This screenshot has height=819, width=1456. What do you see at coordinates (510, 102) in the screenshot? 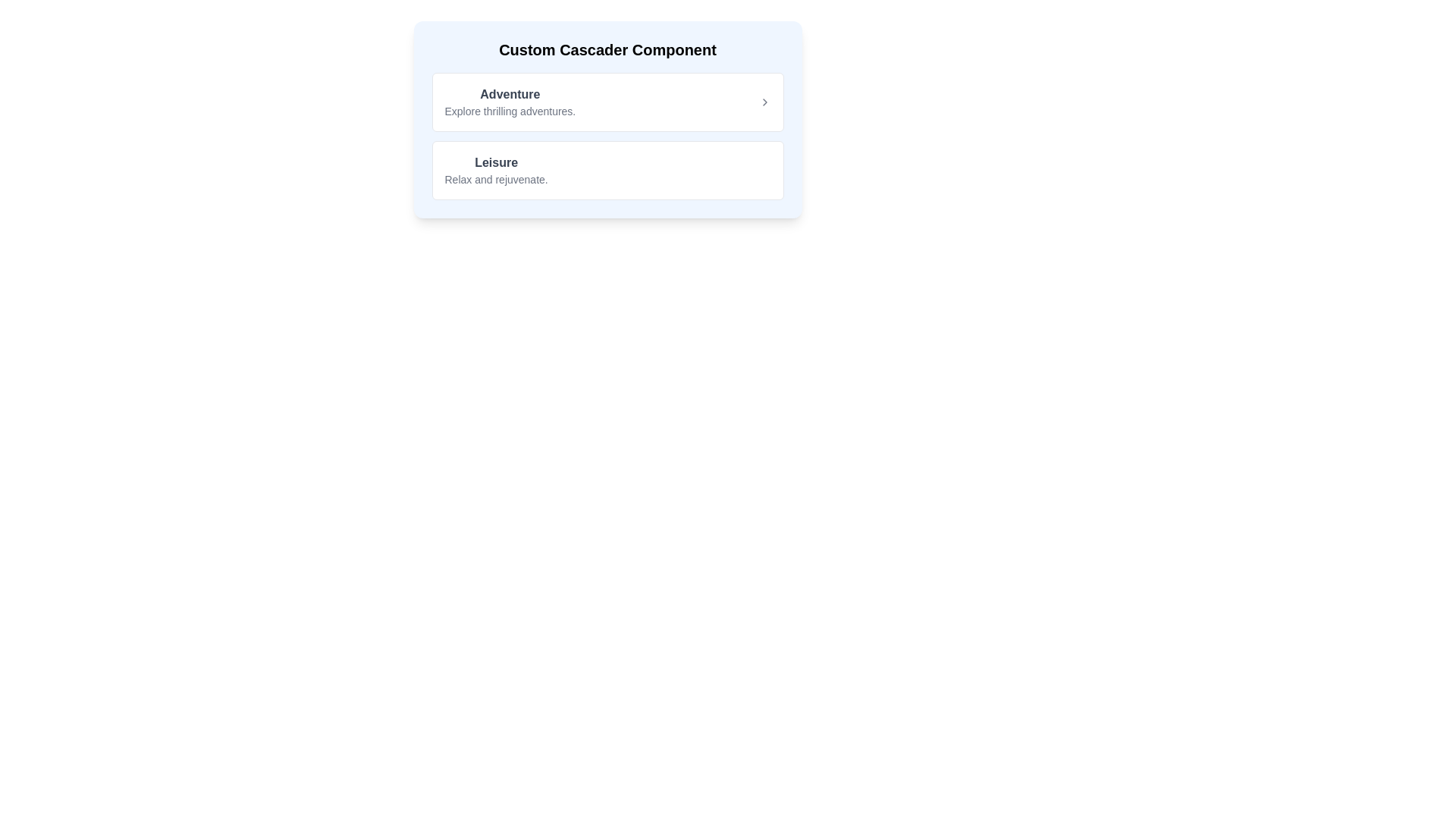
I see `the text block displaying the header 'Adventure' and the description 'Explore thrilling adventures.'` at bounding box center [510, 102].